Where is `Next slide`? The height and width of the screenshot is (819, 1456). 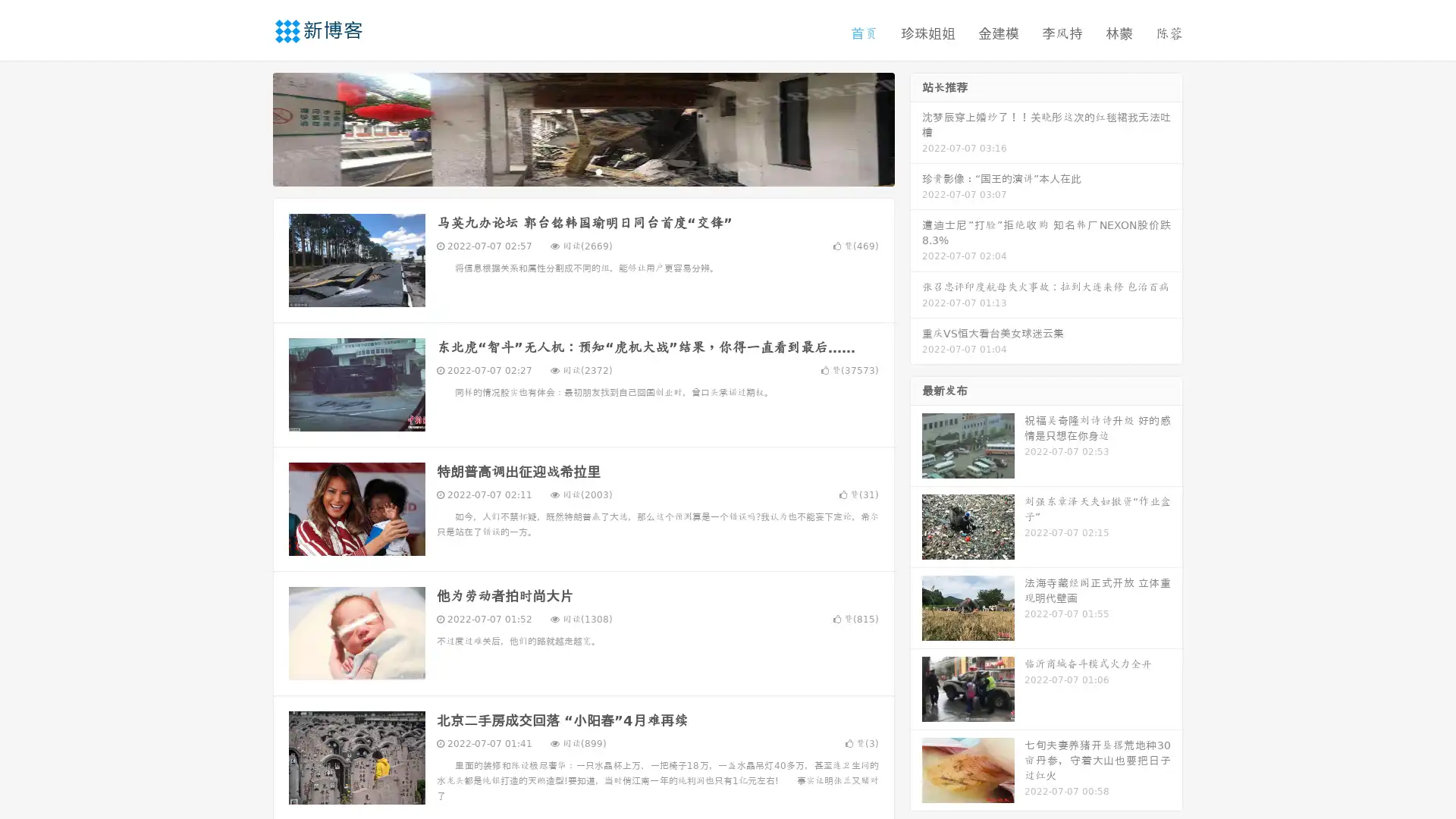
Next slide is located at coordinates (916, 127).